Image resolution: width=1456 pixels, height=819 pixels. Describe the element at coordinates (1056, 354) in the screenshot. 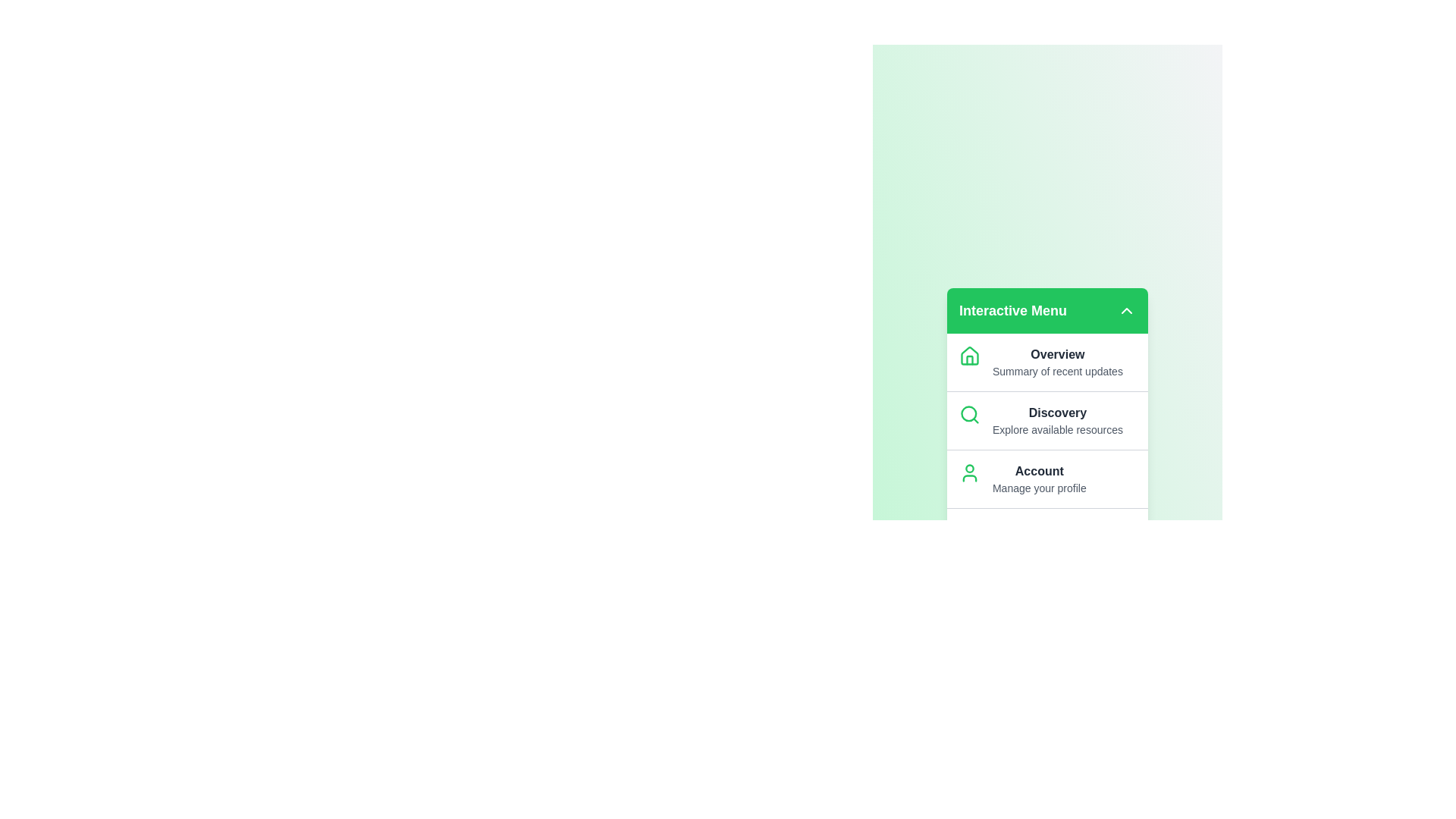

I see `the menu item labeled Overview to navigate to its section` at that location.